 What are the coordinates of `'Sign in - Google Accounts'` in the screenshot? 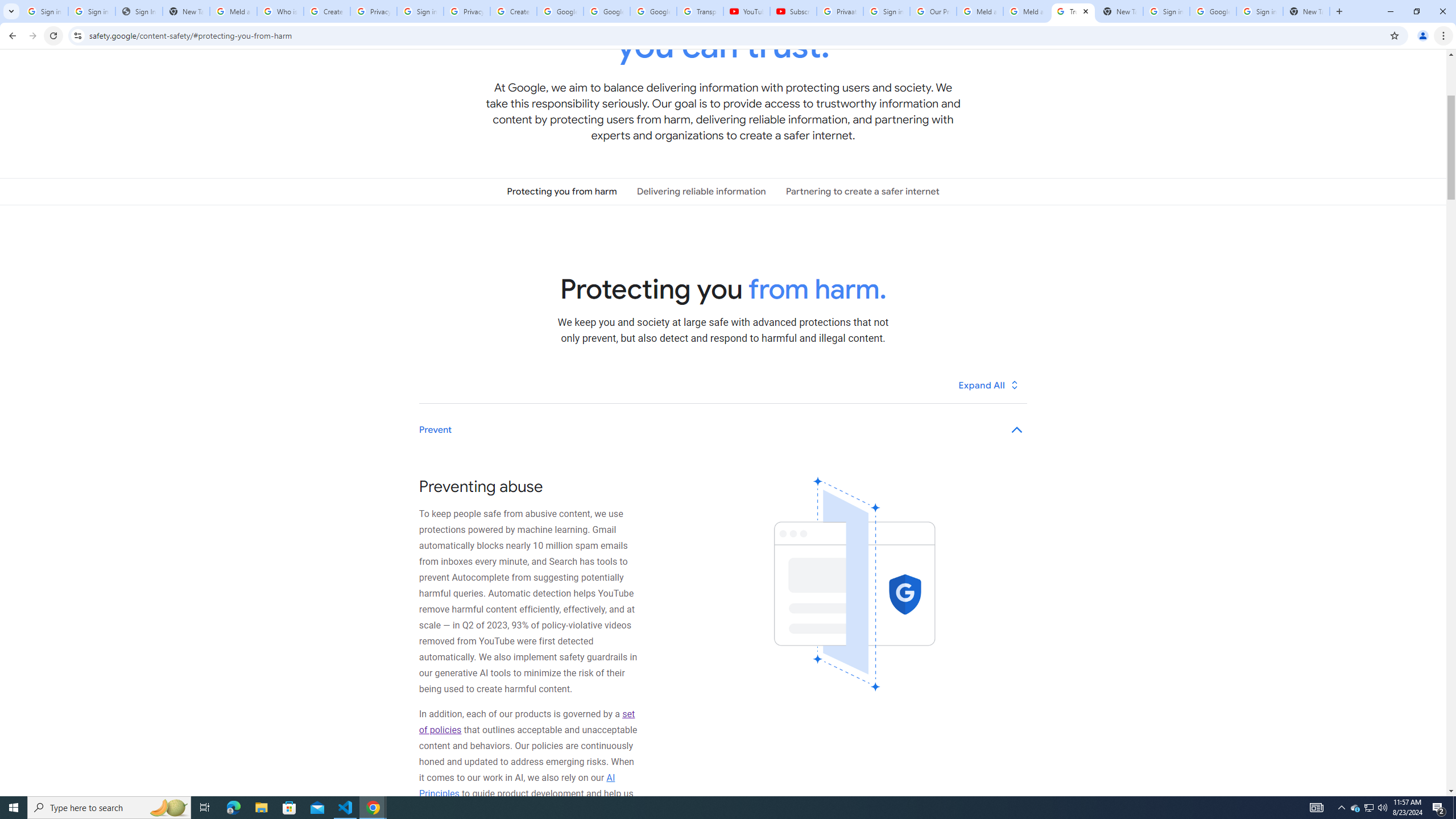 It's located at (419, 11).